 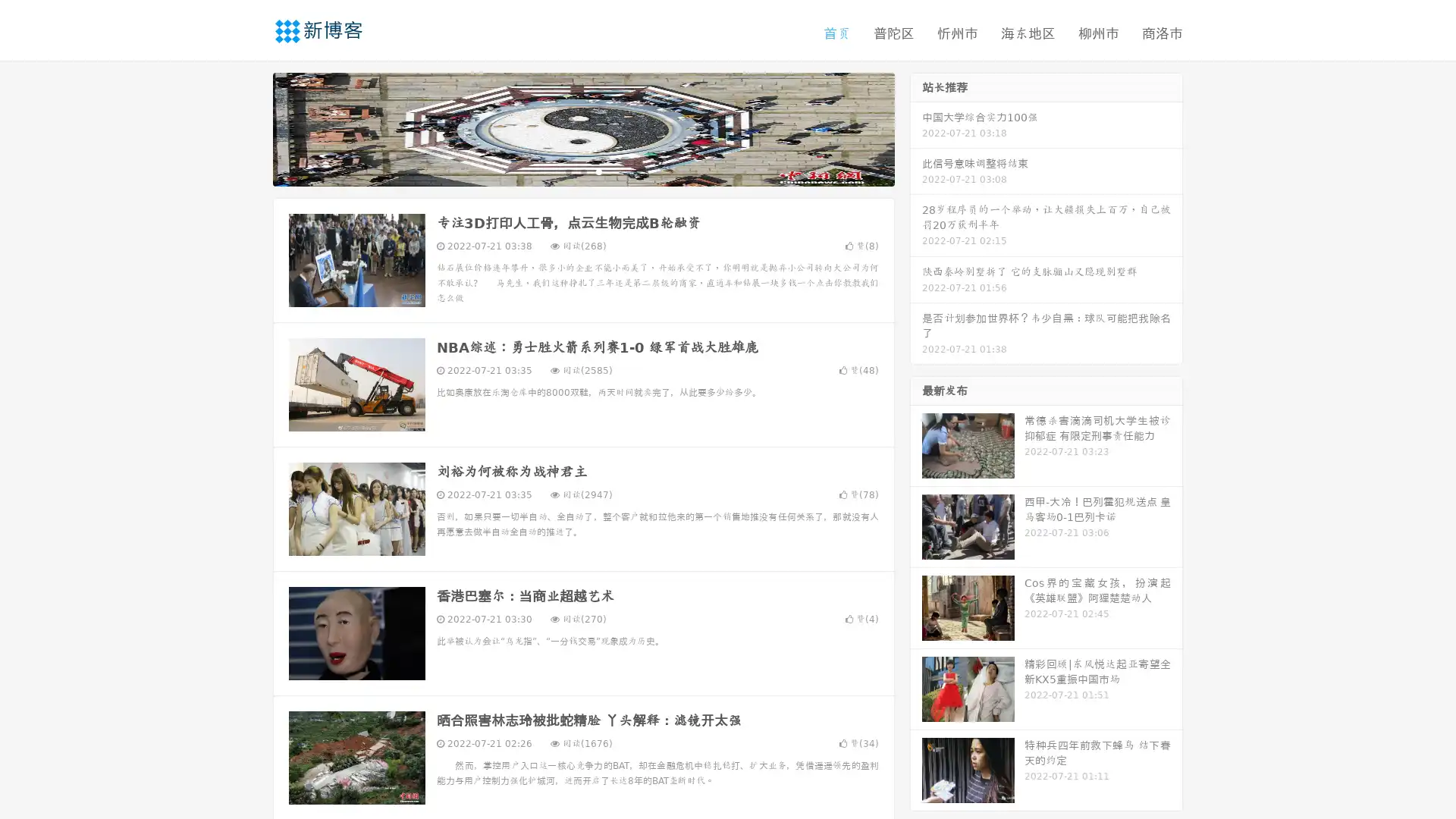 I want to click on Go to slide 2, so click(x=582, y=171).